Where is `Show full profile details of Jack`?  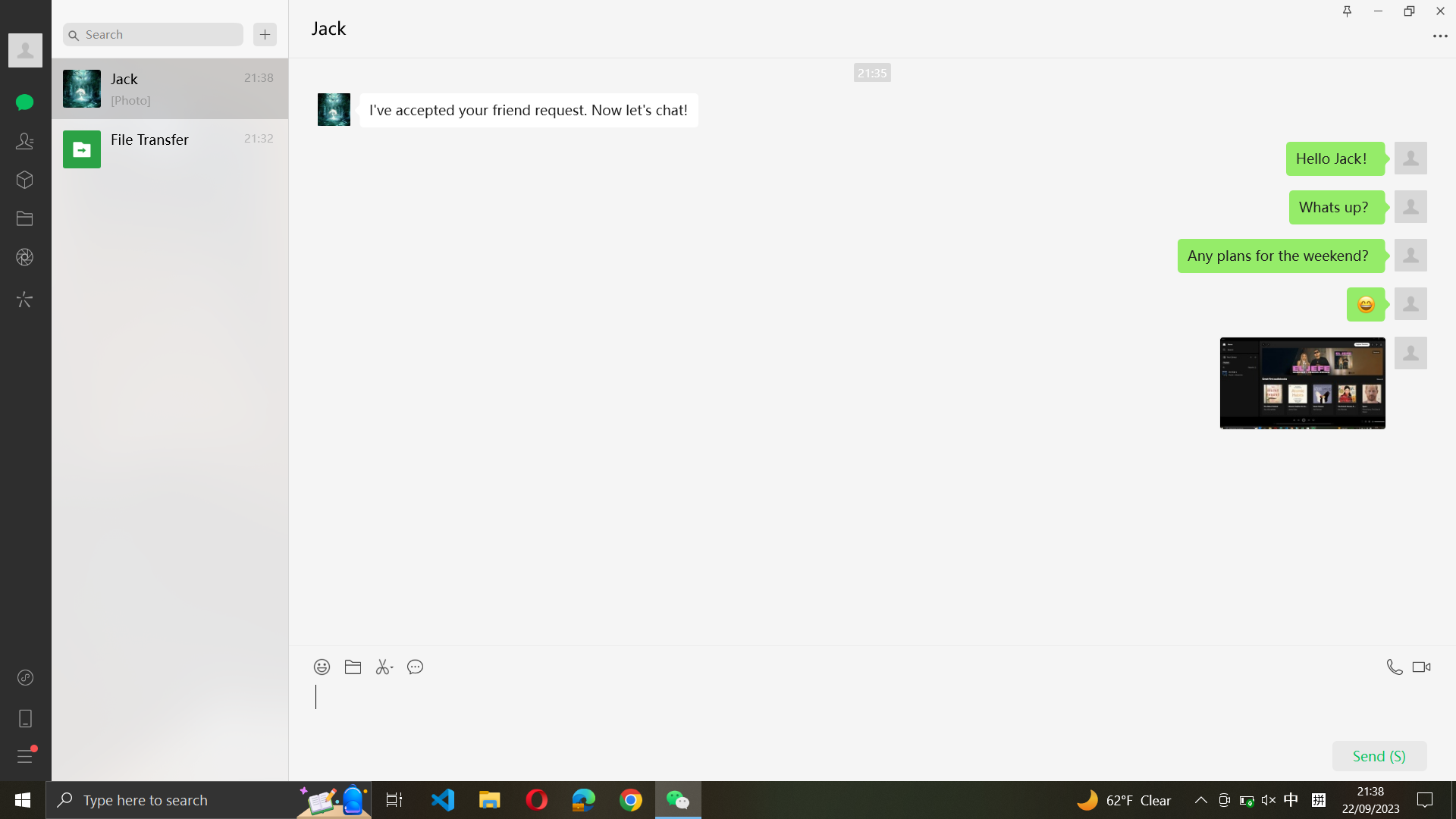
Show full profile details of Jack is located at coordinates (25, 52).